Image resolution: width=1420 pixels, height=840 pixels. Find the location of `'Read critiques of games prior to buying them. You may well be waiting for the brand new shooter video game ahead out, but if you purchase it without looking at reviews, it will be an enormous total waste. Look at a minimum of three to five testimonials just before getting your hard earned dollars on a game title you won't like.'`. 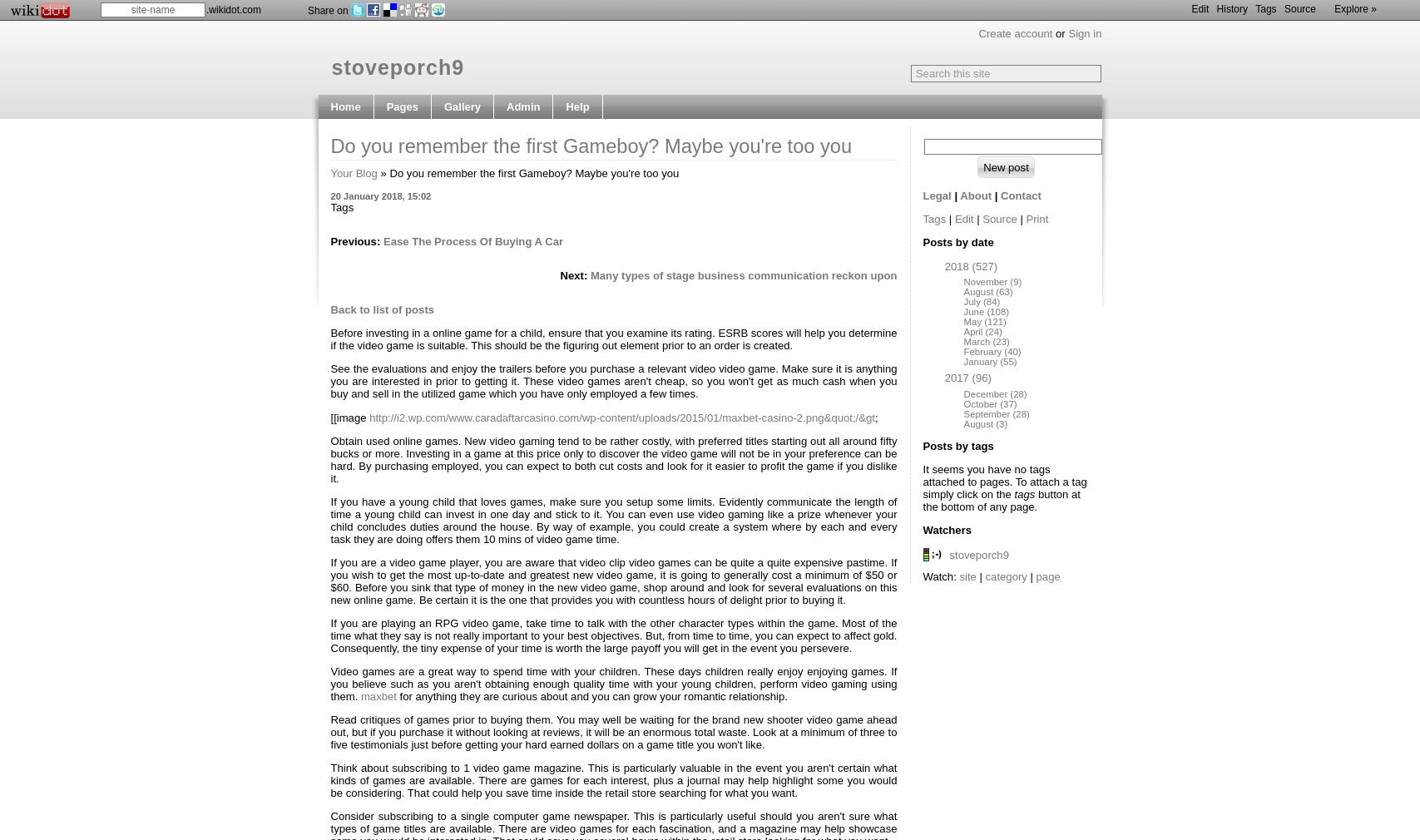

'Read critiques of games prior to buying them. You may well be waiting for the brand new shooter video game ahead out, but if you purchase it without looking at reviews, it will be an enormous total waste. Look at a minimum of three to five testimonials just before getting your hard earned dollars on a game title you won't like.' is located at coordinates (613, 732).